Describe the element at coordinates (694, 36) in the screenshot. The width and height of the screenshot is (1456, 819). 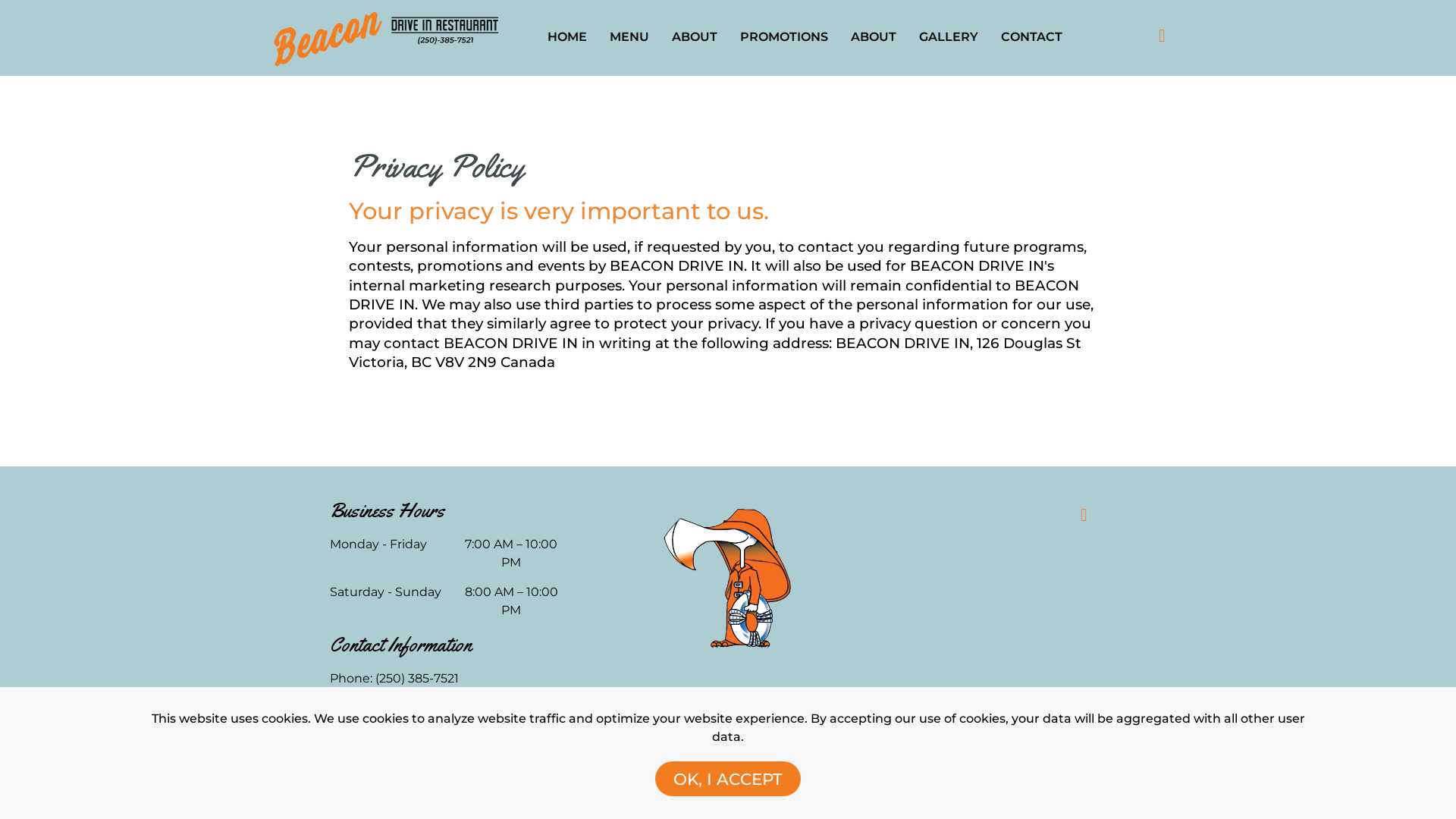
I see `'ABOUT'` at that location.